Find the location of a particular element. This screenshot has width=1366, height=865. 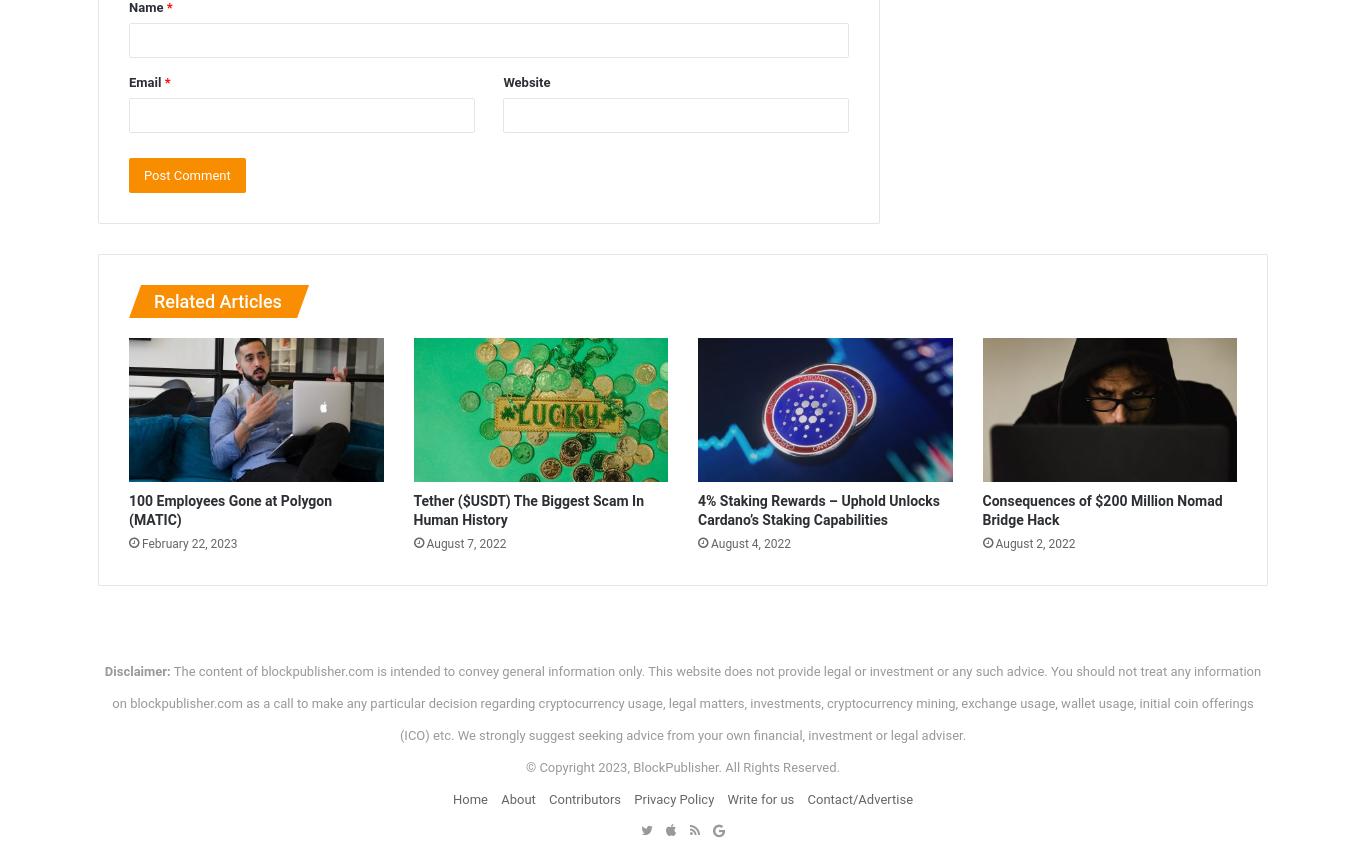

'Related Articles' is located at coordinates (216, 300).